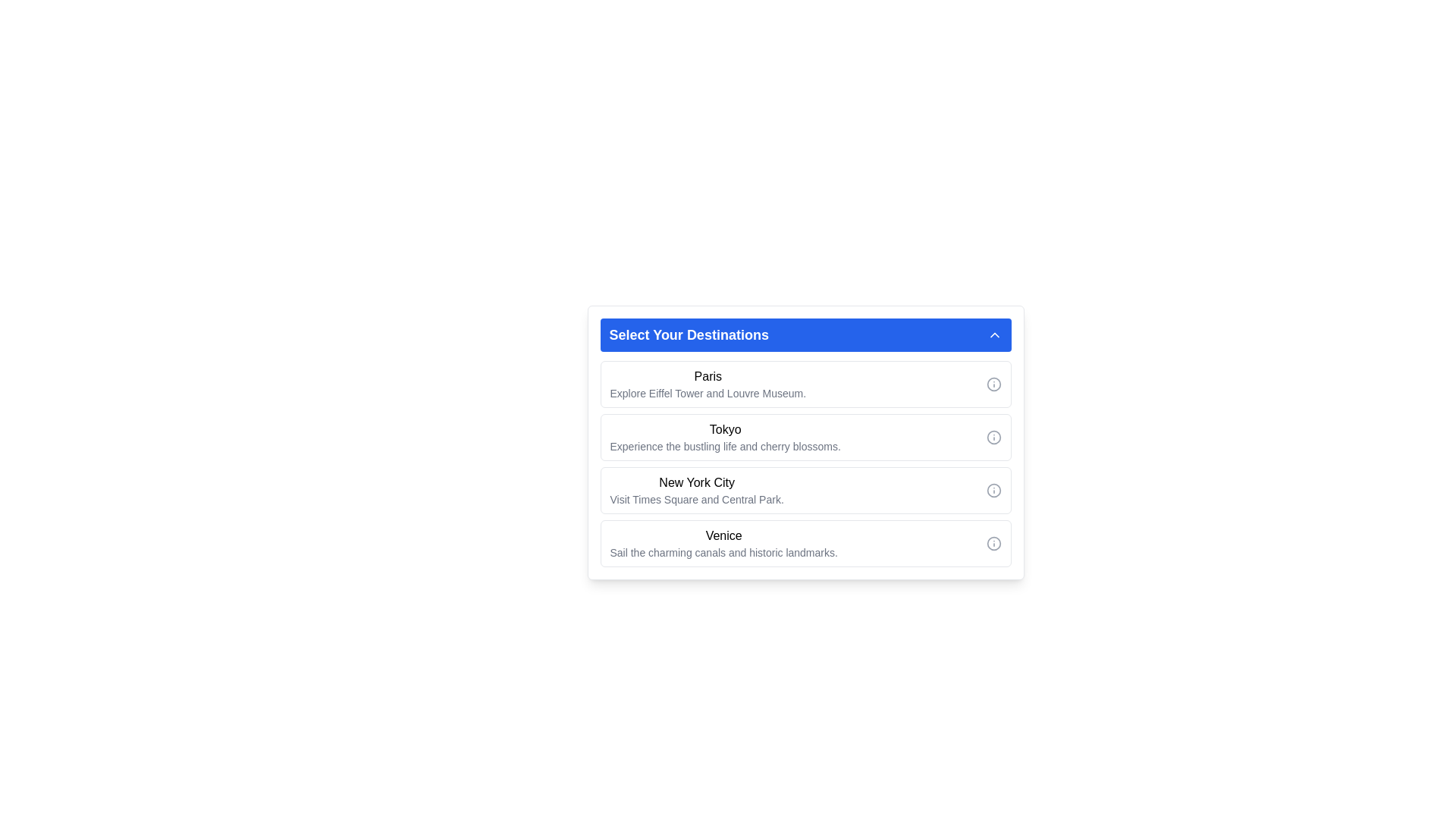 The width and height of the screenshot is (1456, 819). What do you see at coordinates (707, 376) in the screenshot?
I see `the 'Paris' label text element styled in medium font weight, located in the first option of the vertical list under 'Select Your Destinations'` at bounding box center [707, 376].